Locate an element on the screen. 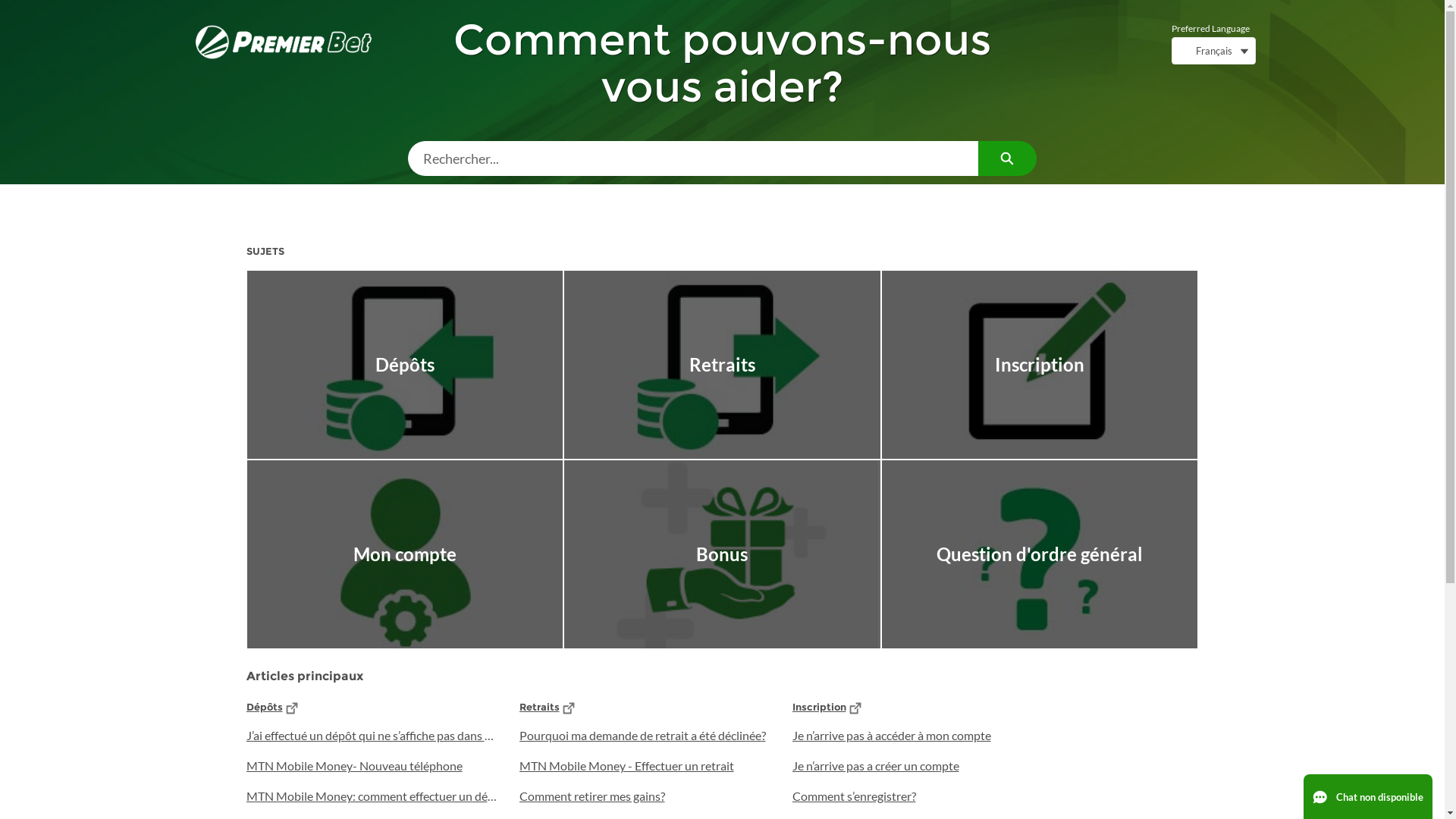 The width and height of the screenshot is (1456, 819). 'Comment retirer mes gains?' is located at coordinates (644, 795).